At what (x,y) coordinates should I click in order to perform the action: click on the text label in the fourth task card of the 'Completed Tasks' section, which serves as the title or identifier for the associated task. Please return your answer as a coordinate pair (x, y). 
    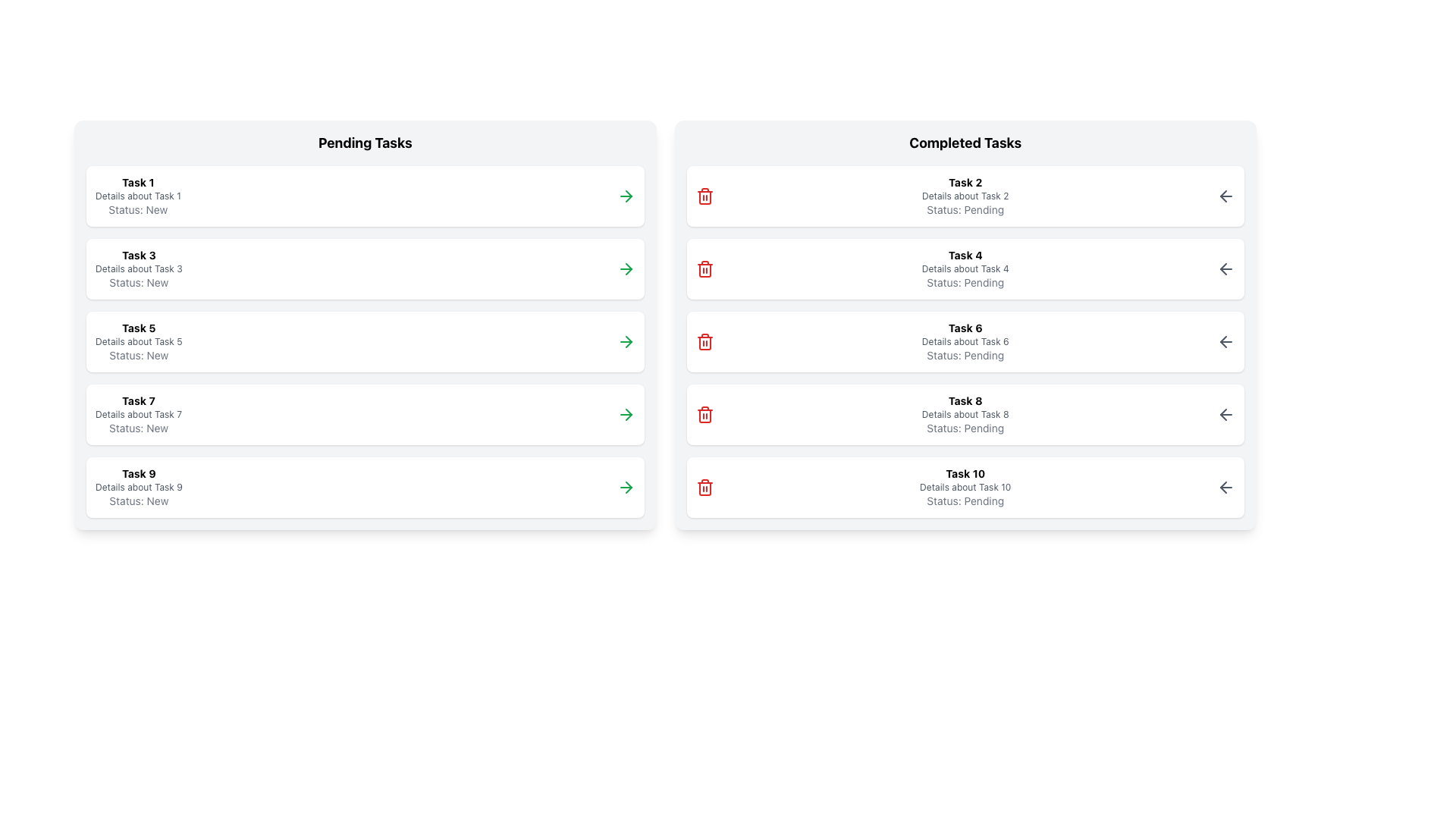
    Looking at the image, I should click on (965, 400).